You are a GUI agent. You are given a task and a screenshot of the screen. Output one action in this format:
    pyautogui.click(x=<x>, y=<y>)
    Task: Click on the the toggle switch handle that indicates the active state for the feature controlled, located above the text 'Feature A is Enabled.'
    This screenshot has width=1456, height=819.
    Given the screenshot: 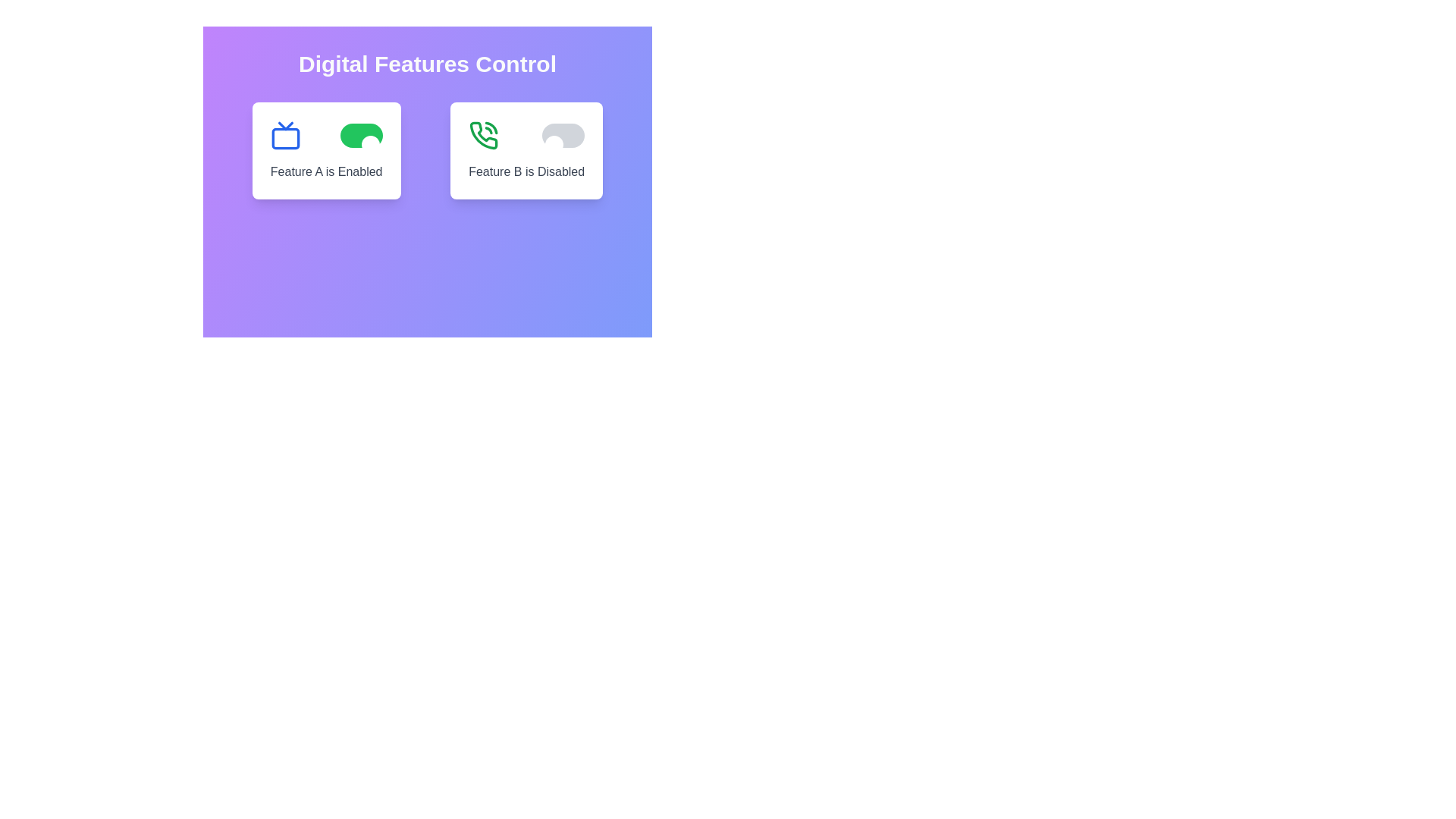 What is the action you would take?
    pyautogui.click(x=370, y=145)
    